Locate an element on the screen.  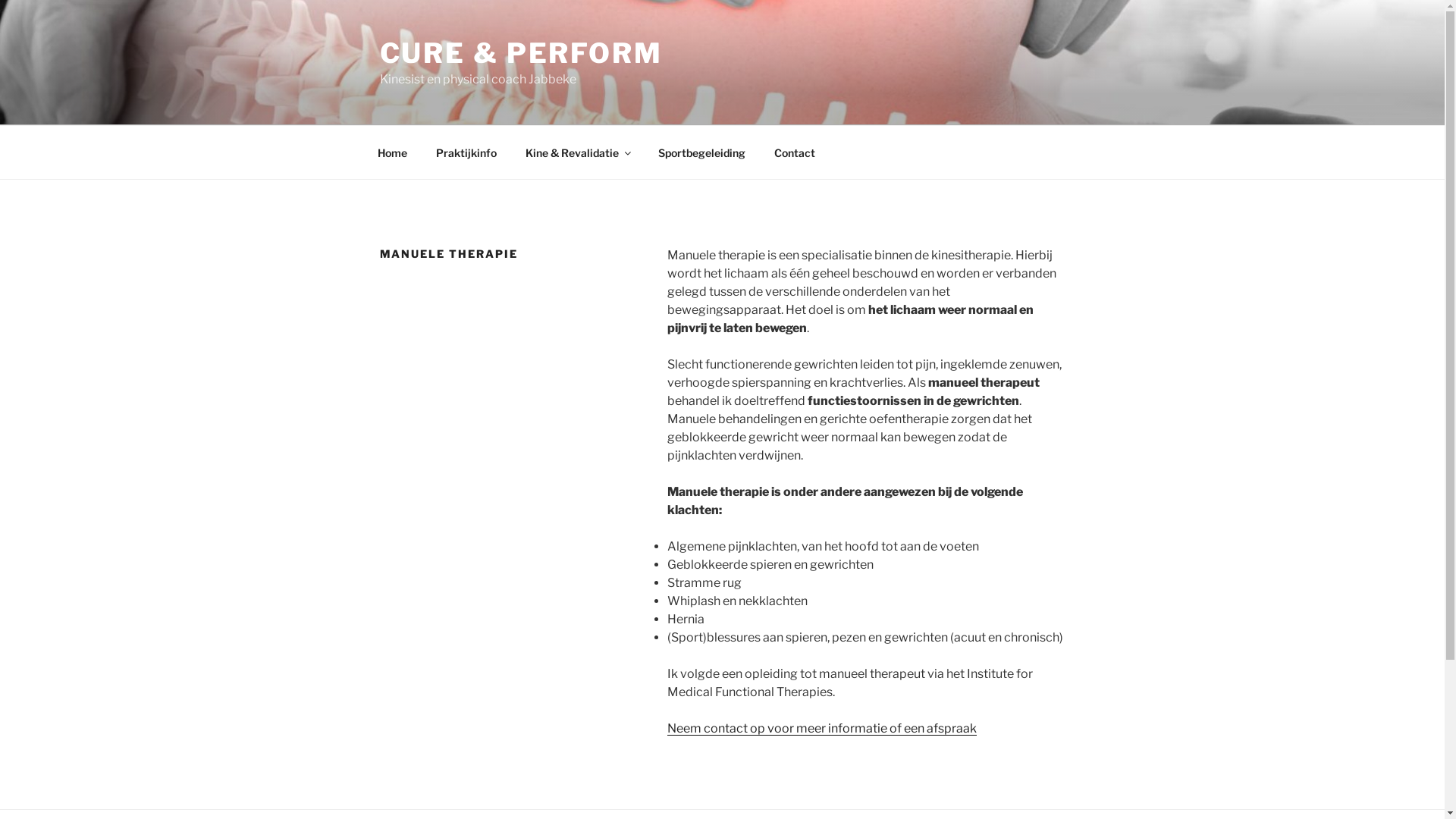
'Praktijkinfo' is located at coordinates (422, 152).